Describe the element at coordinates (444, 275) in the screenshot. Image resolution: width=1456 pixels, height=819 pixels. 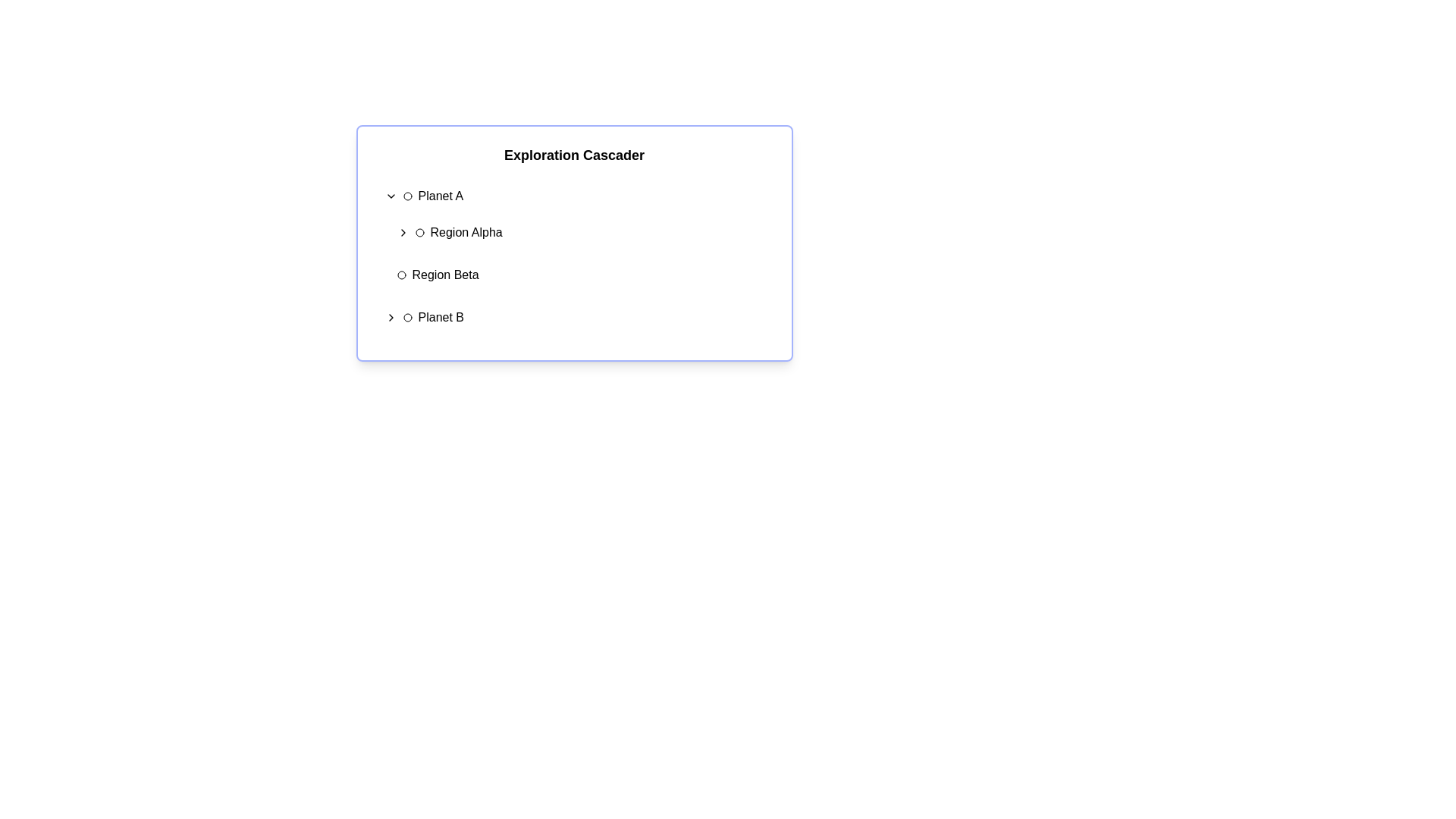
I see `the text label 'Region Beta'` at that location.